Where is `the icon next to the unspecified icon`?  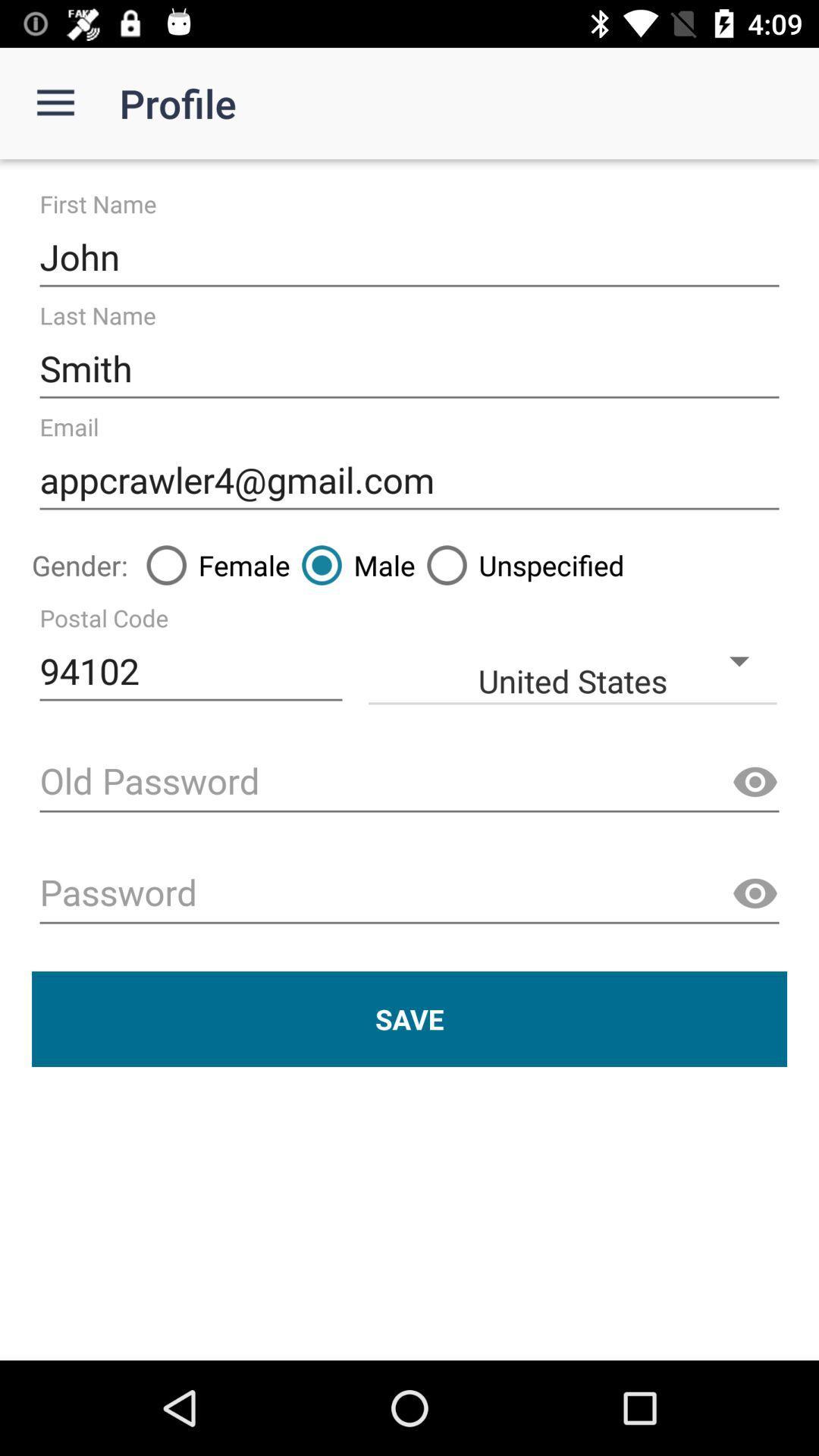 the icon next to the unspecified icon is located at coordinates (353, 564).